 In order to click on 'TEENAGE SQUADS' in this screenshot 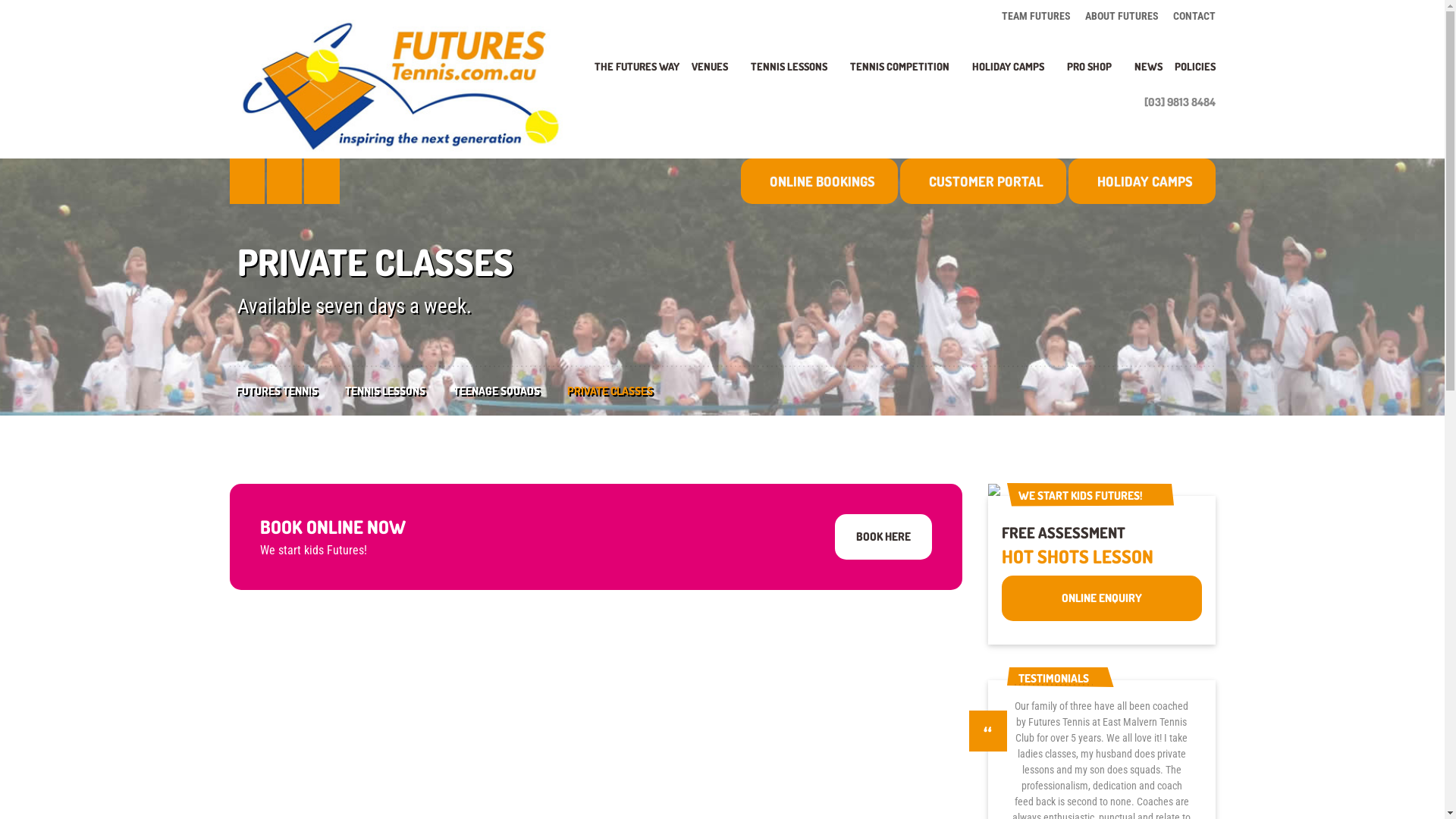, I will do `click(510, 390)`.